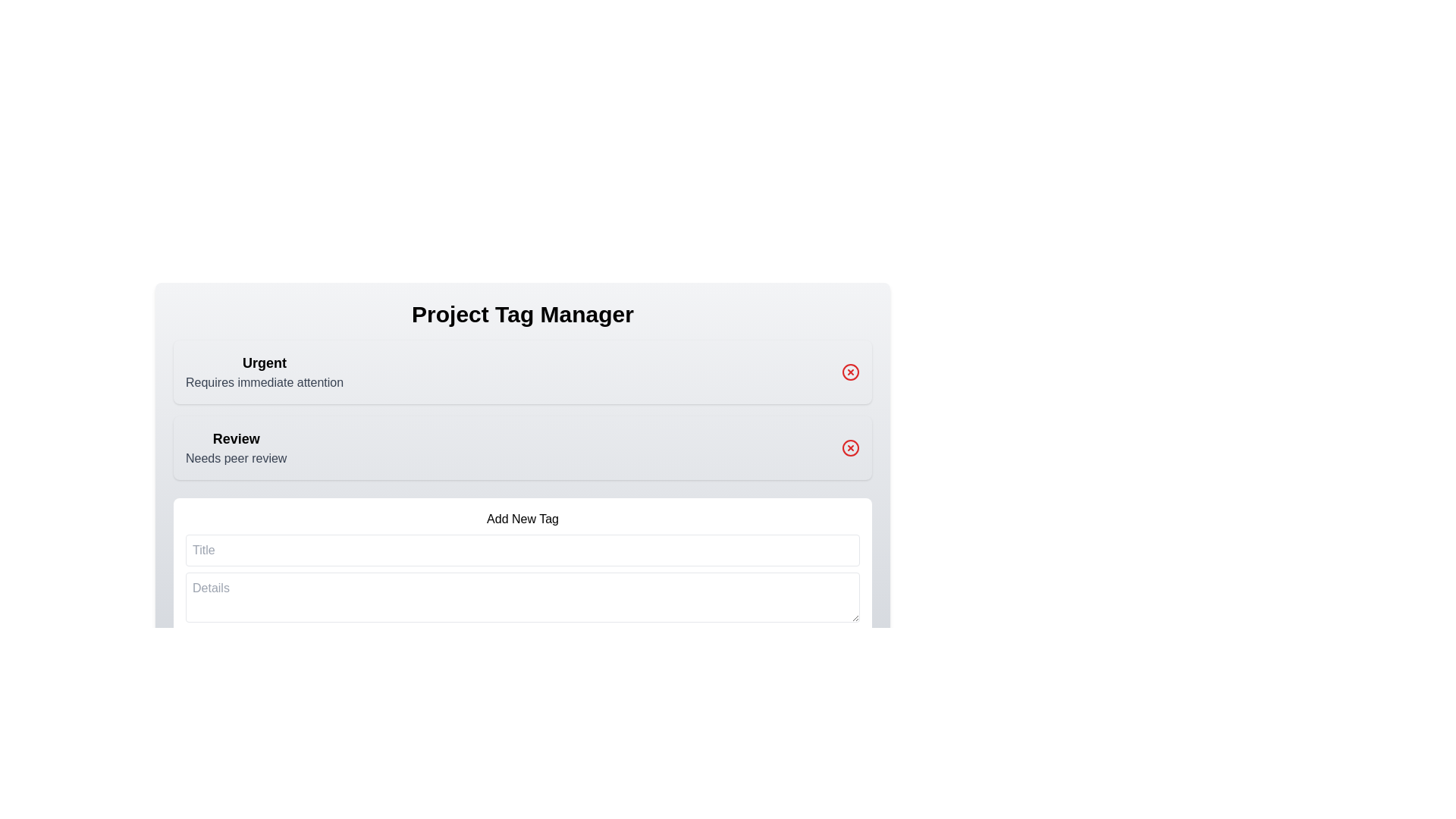  I want to click on the text segment displaying 'Requires immediate attention', which is styled in gray and positioned beneath the bold label 'Urgent', so click(265, 382).